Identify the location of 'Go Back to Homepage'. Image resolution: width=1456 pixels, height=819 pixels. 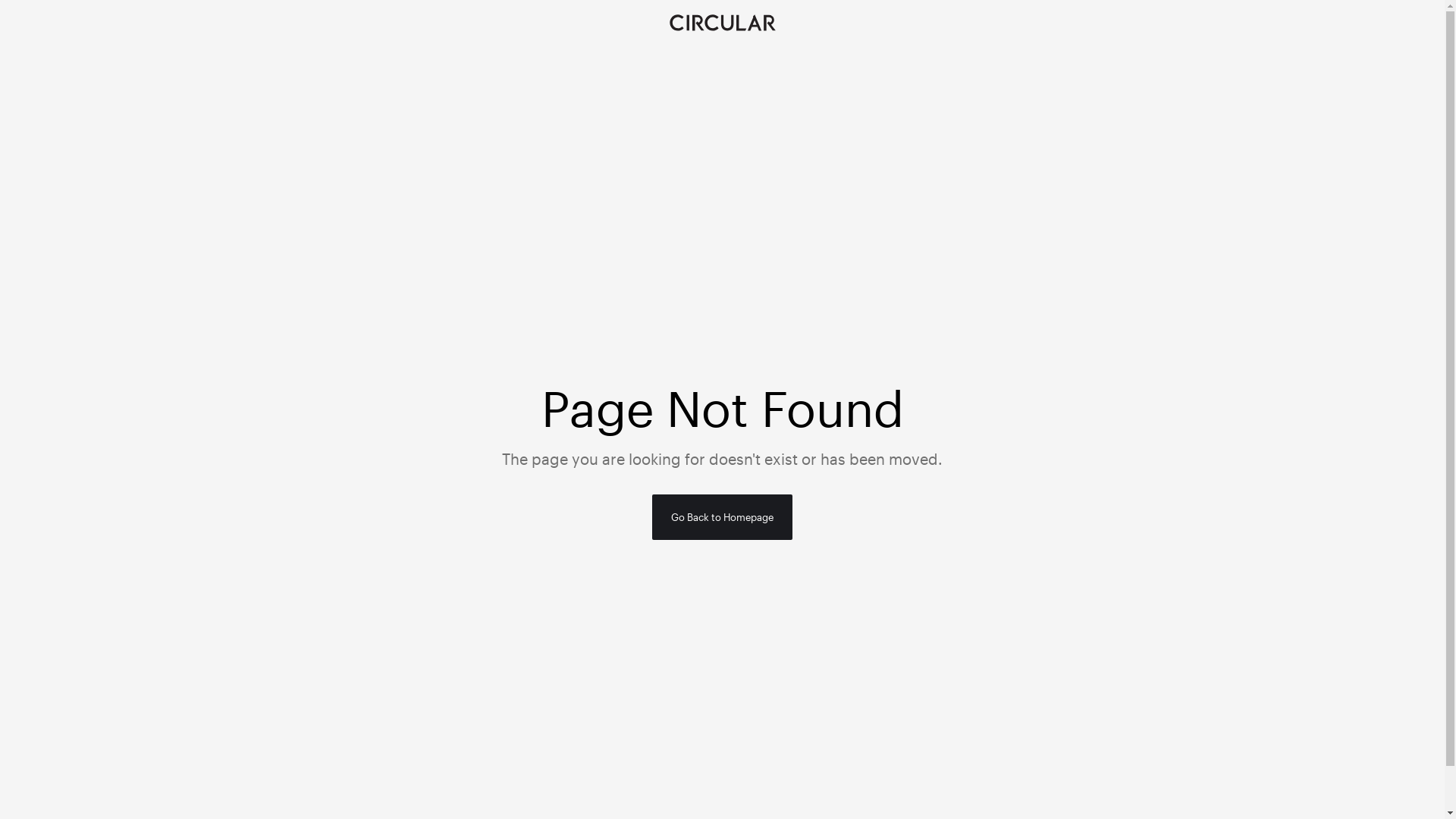
(721, 516).